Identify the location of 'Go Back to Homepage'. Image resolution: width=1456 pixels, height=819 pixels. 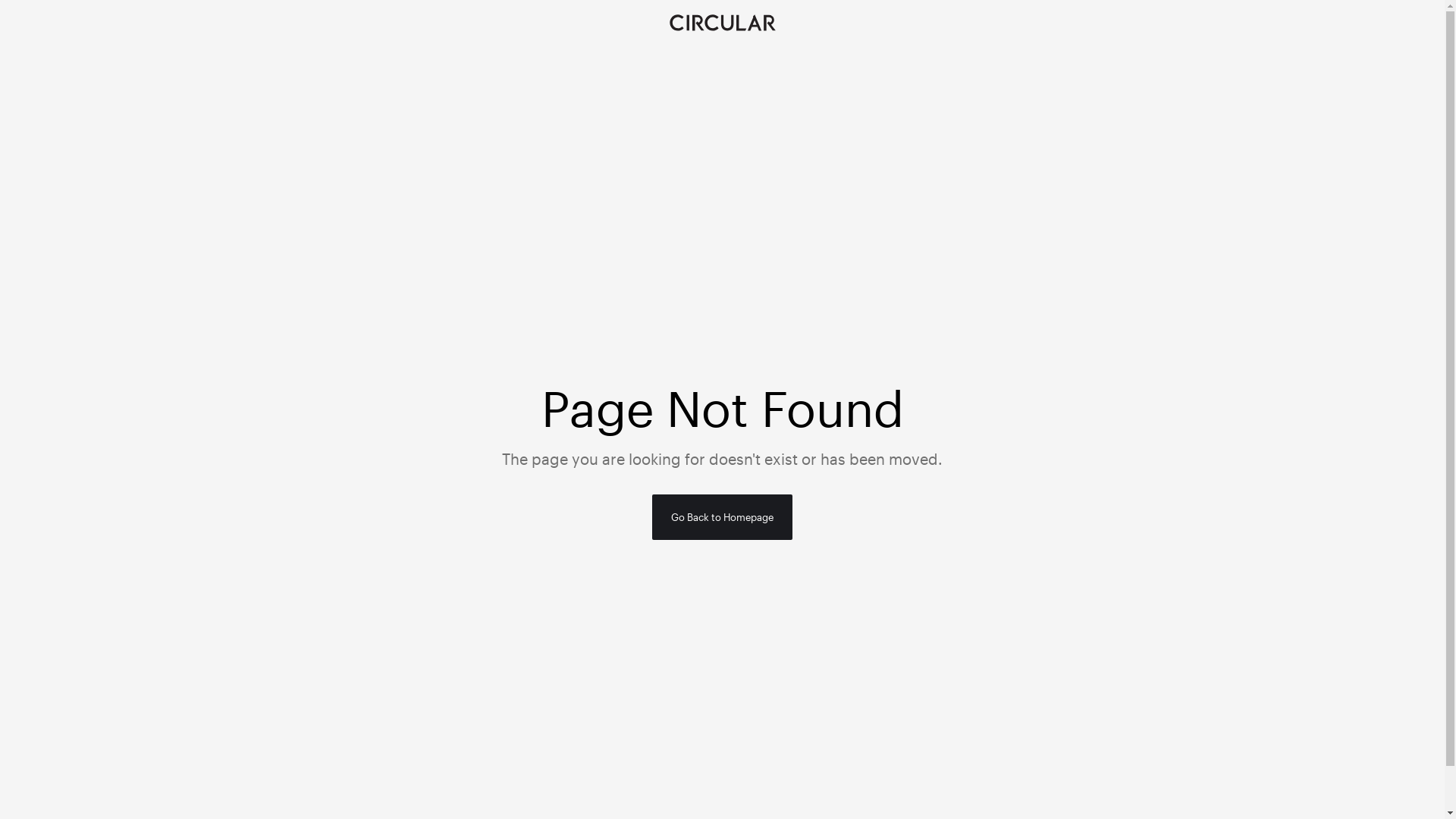
(721, 516).